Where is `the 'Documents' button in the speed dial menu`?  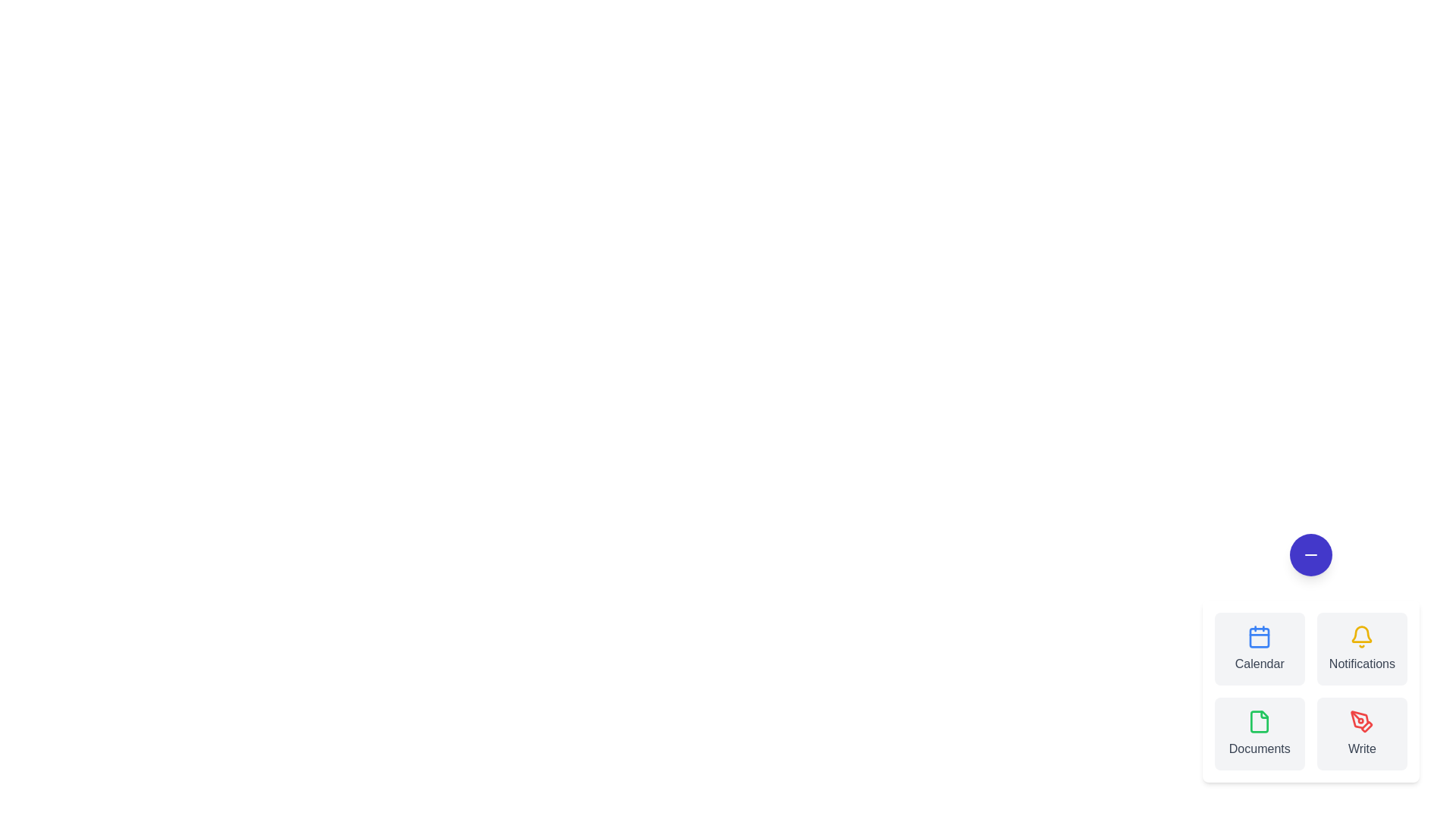 the 'Documents' button in the speed dial menu is located at coordinates (1260, 733).